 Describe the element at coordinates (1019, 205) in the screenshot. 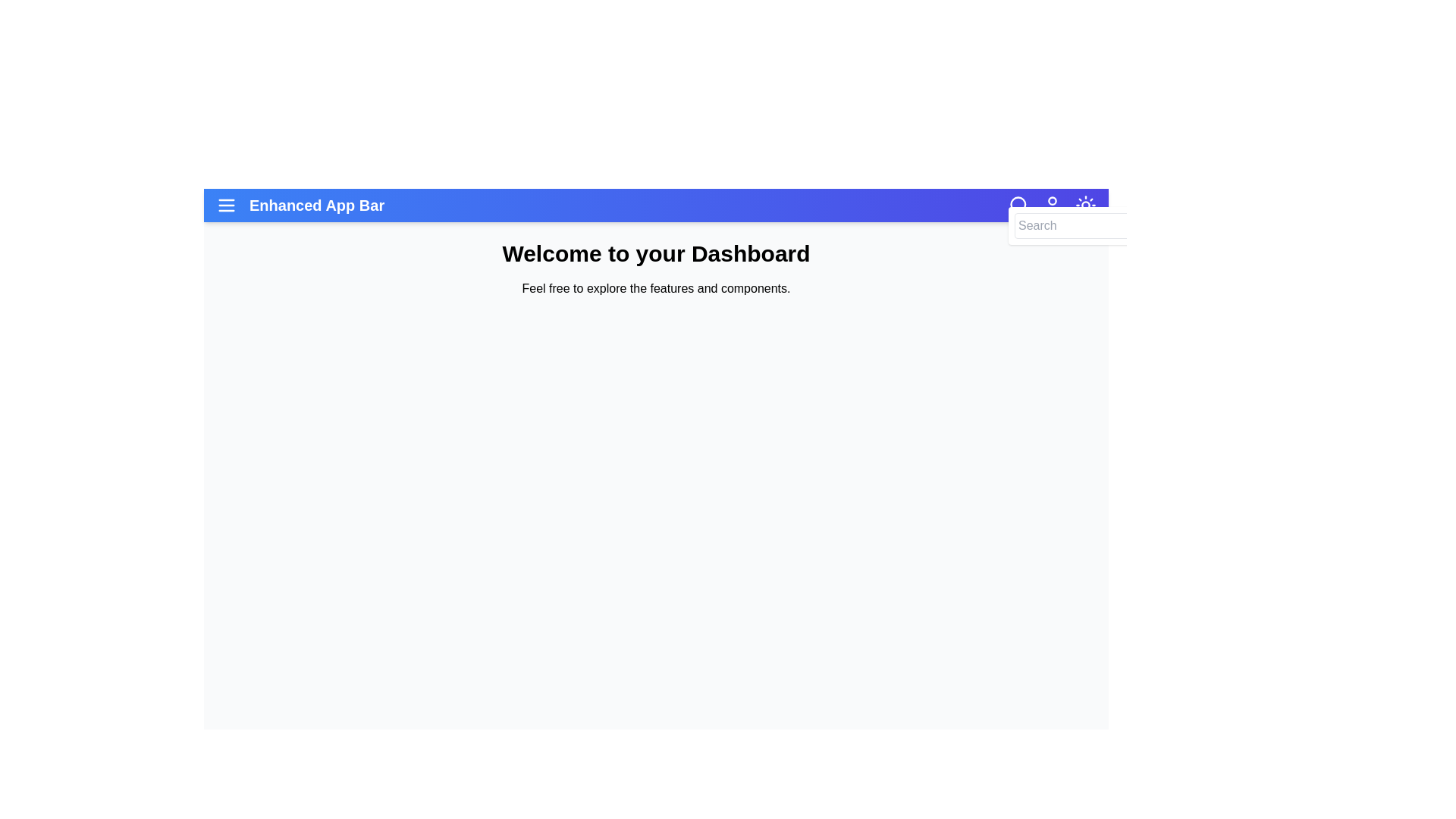

I see `the search icon to toggle the visibility of the search bar` at that location.